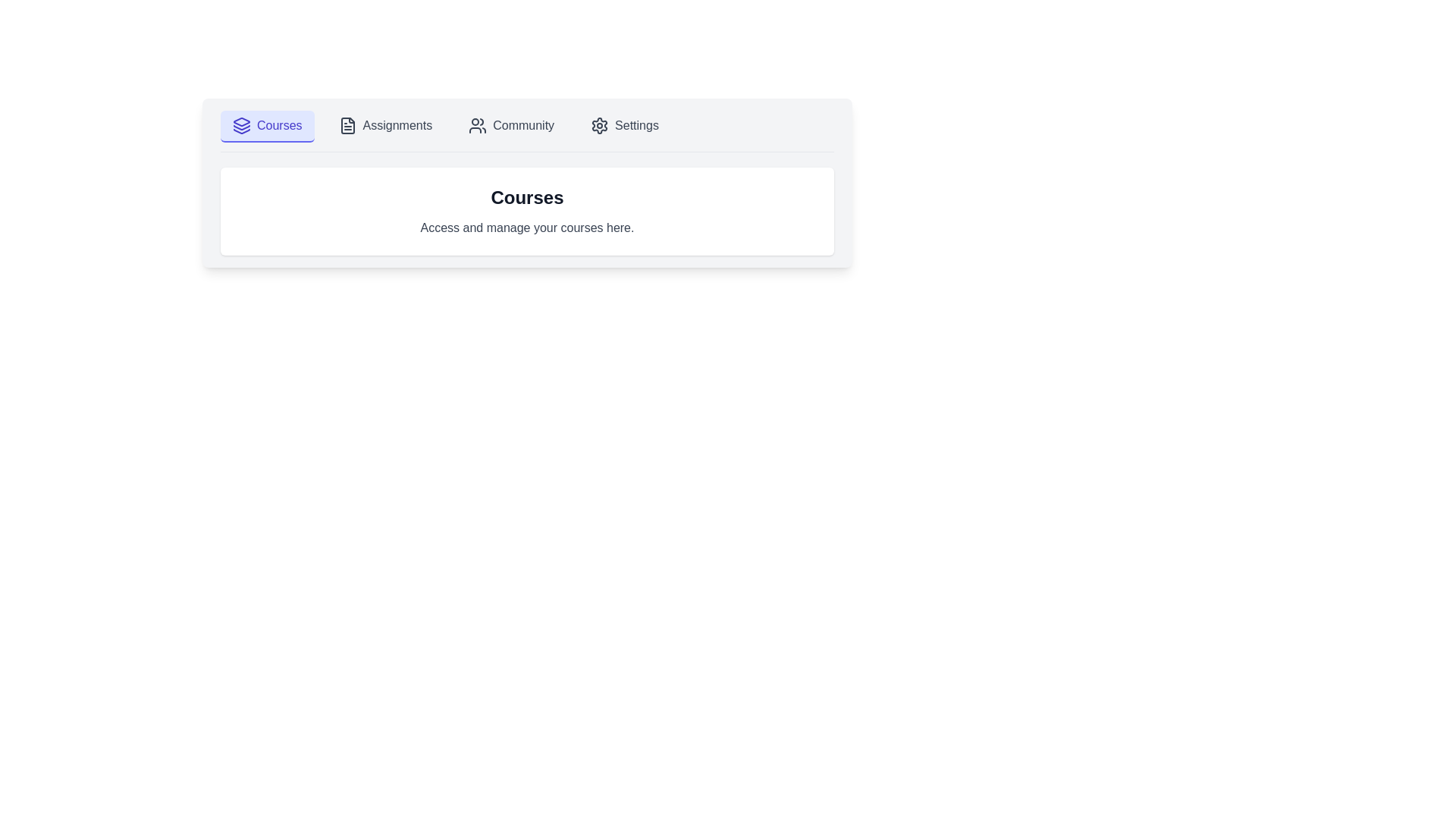  What do you see at coordinates (599, 124) in the screenshot?
I see `the gear-shaped icon representing settings, which is the leftmost icon within the 'Settings' button in the top navigation bar` at bounding box center [599, 124].